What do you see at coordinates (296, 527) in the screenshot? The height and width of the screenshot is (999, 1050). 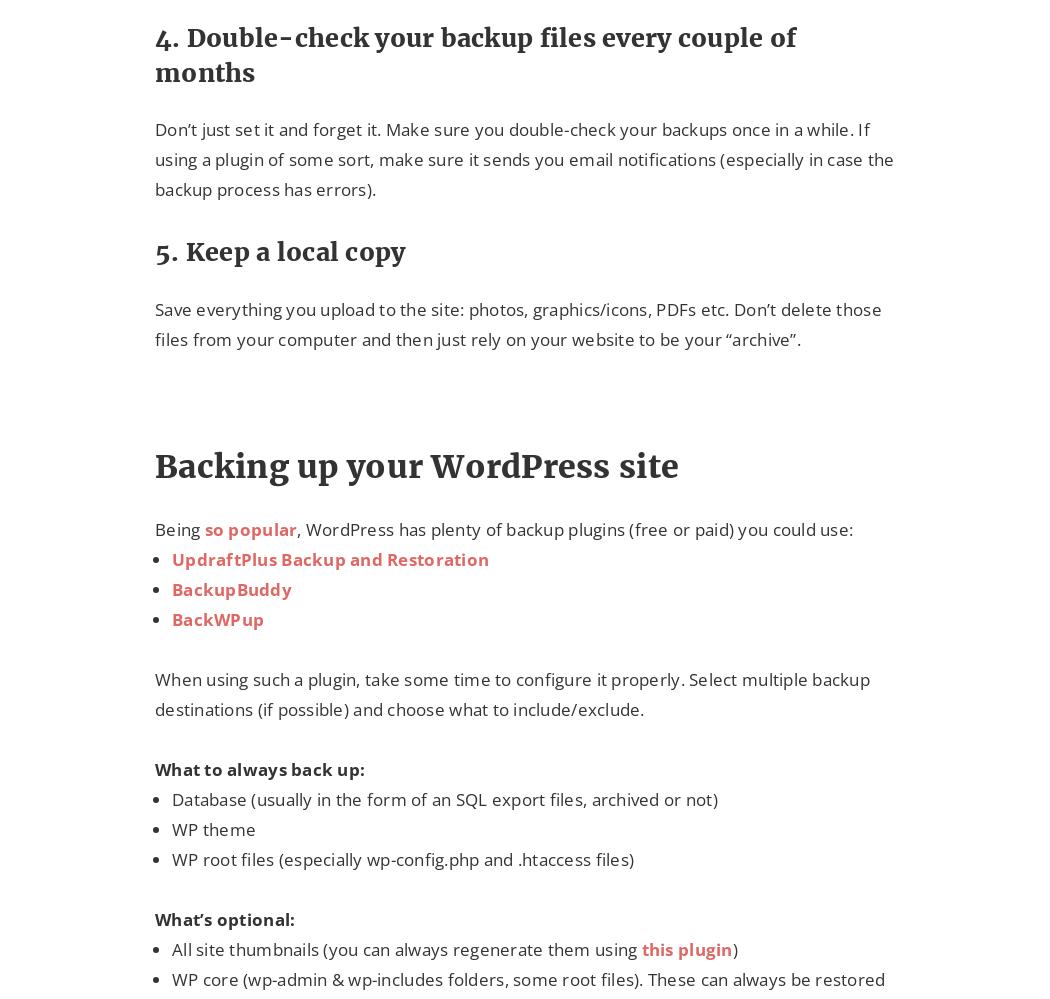 I see `', WordPress has plenty of backup plugins (free or paid) you could use:'` at bounding box center [296, 527].